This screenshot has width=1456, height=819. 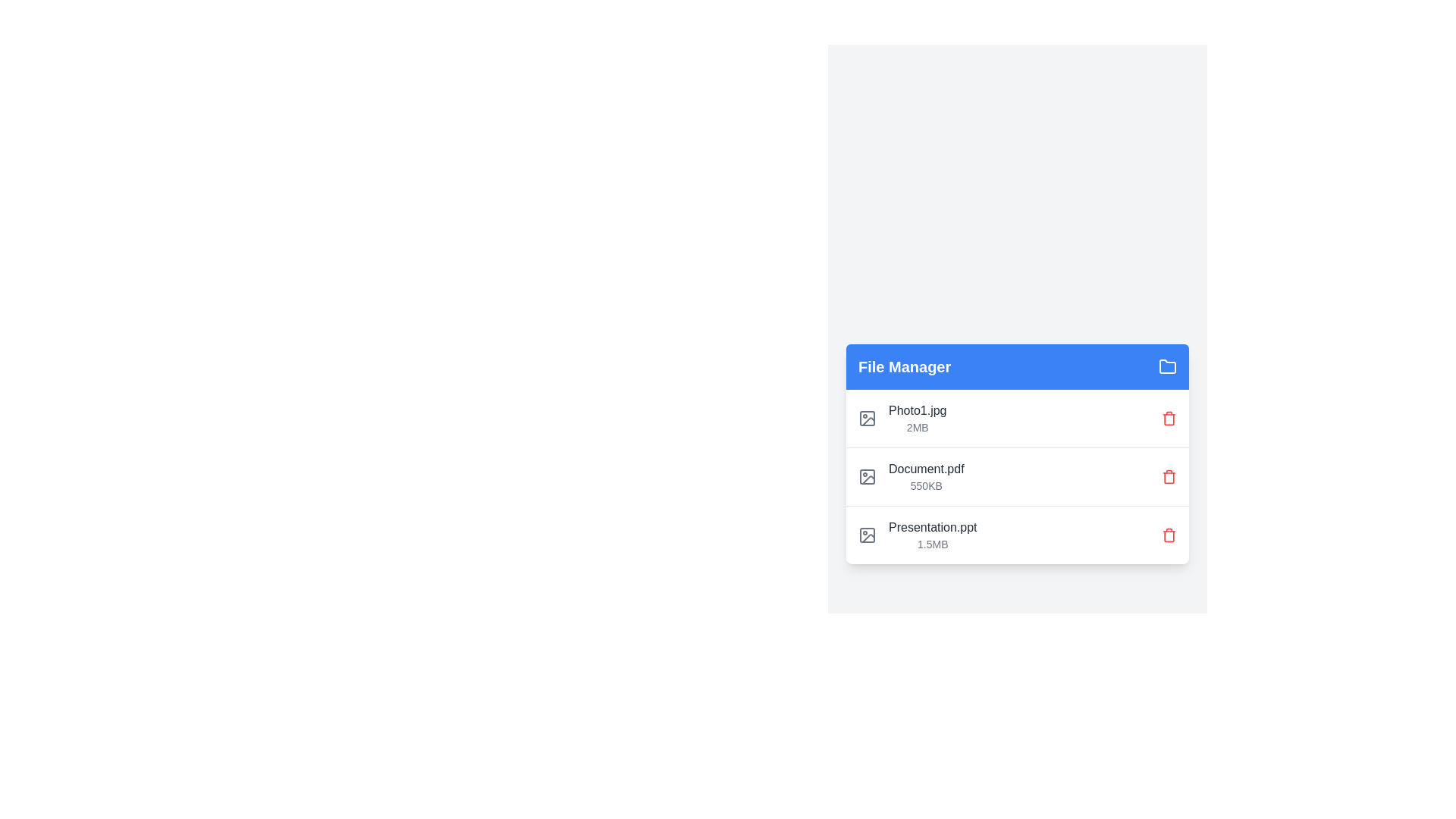 I want to click on the third file list item, so click(x=916, y=534).